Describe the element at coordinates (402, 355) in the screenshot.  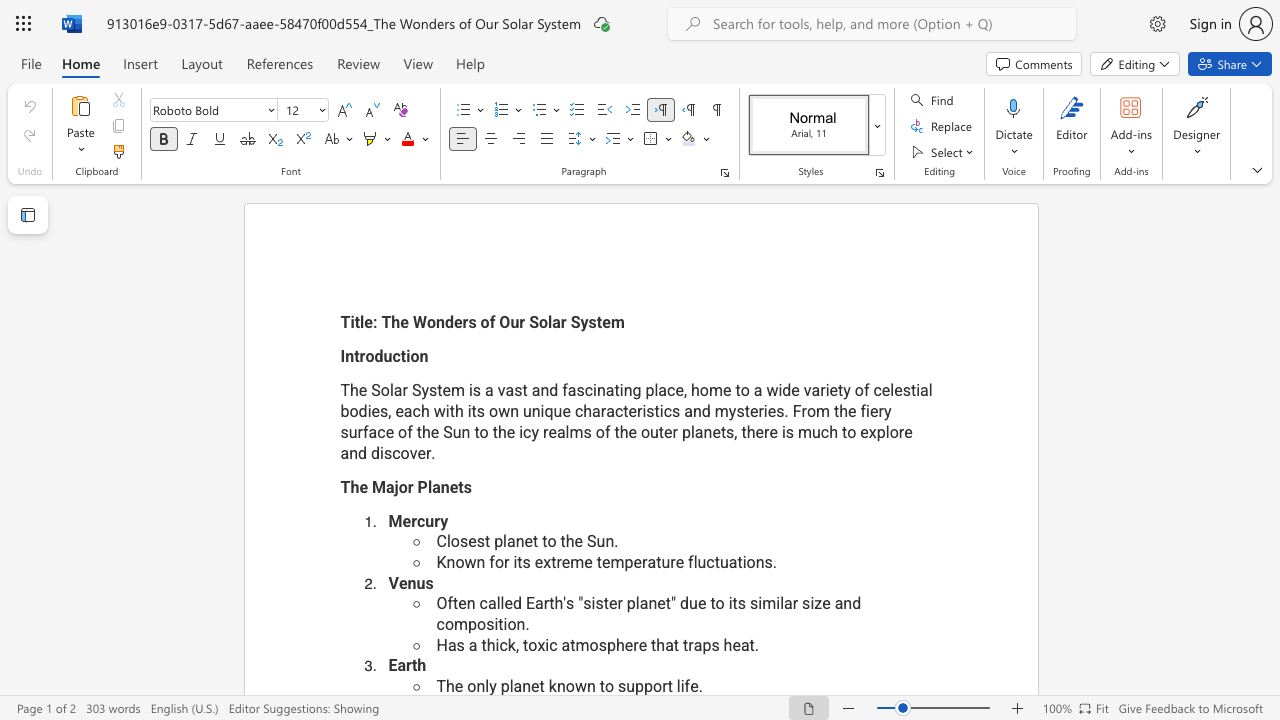
I see `the 2th character "t" in the text` at that location.